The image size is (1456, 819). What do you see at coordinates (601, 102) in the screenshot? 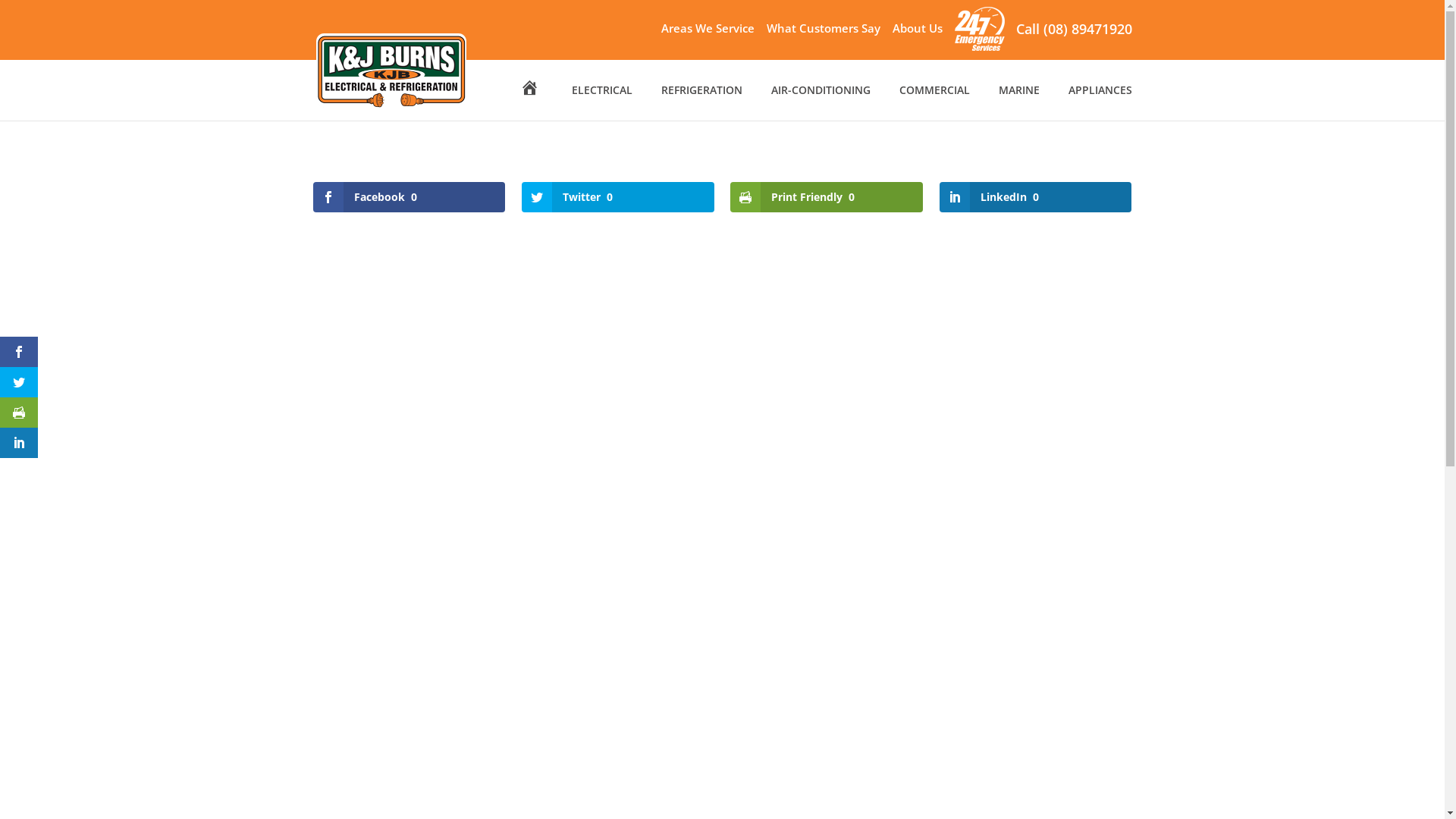
I see `'ELECTRICAL'` at bounding box center [601, 102].